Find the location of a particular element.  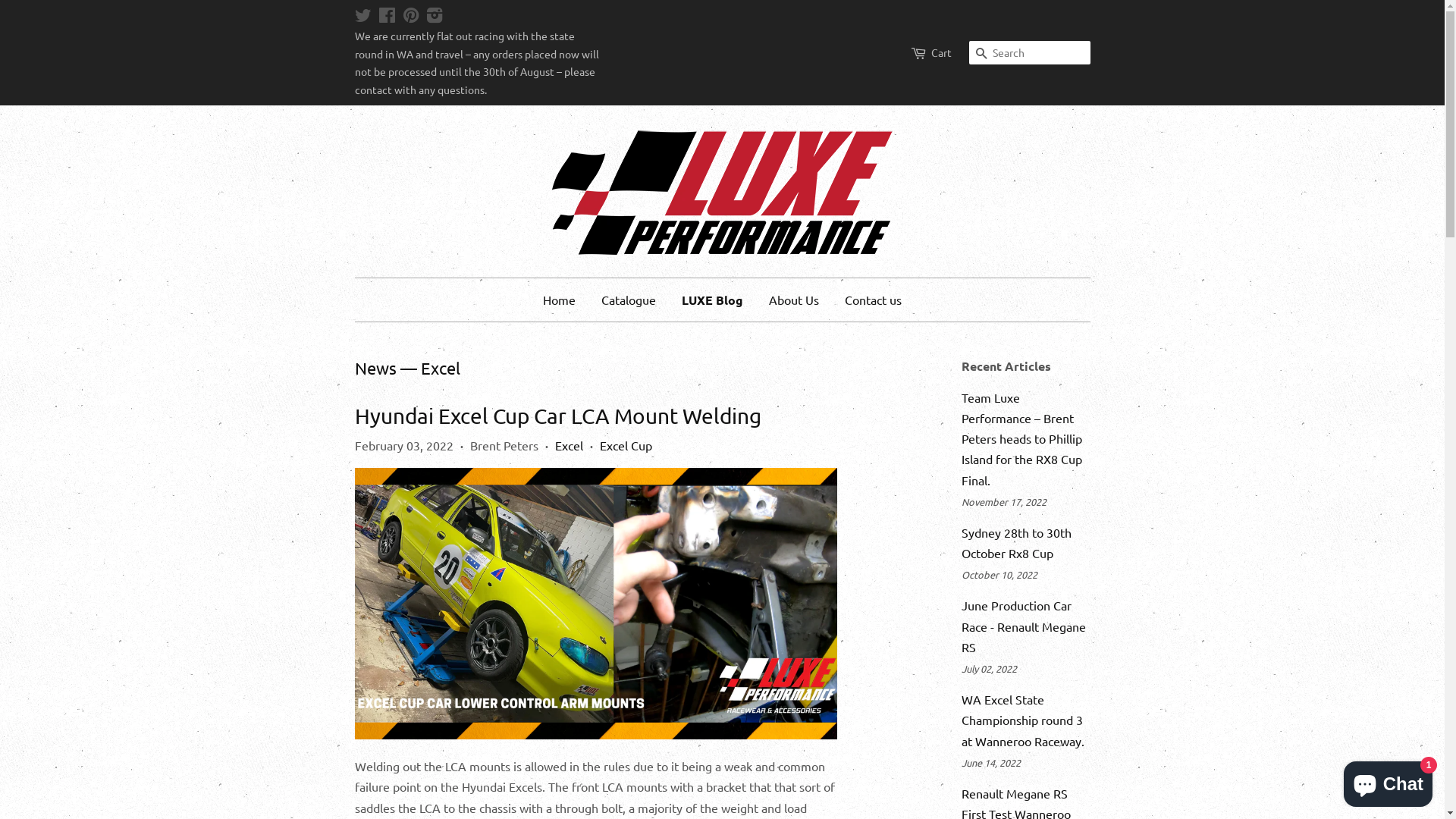

'Facebook' is located at coordinates (386, 17).